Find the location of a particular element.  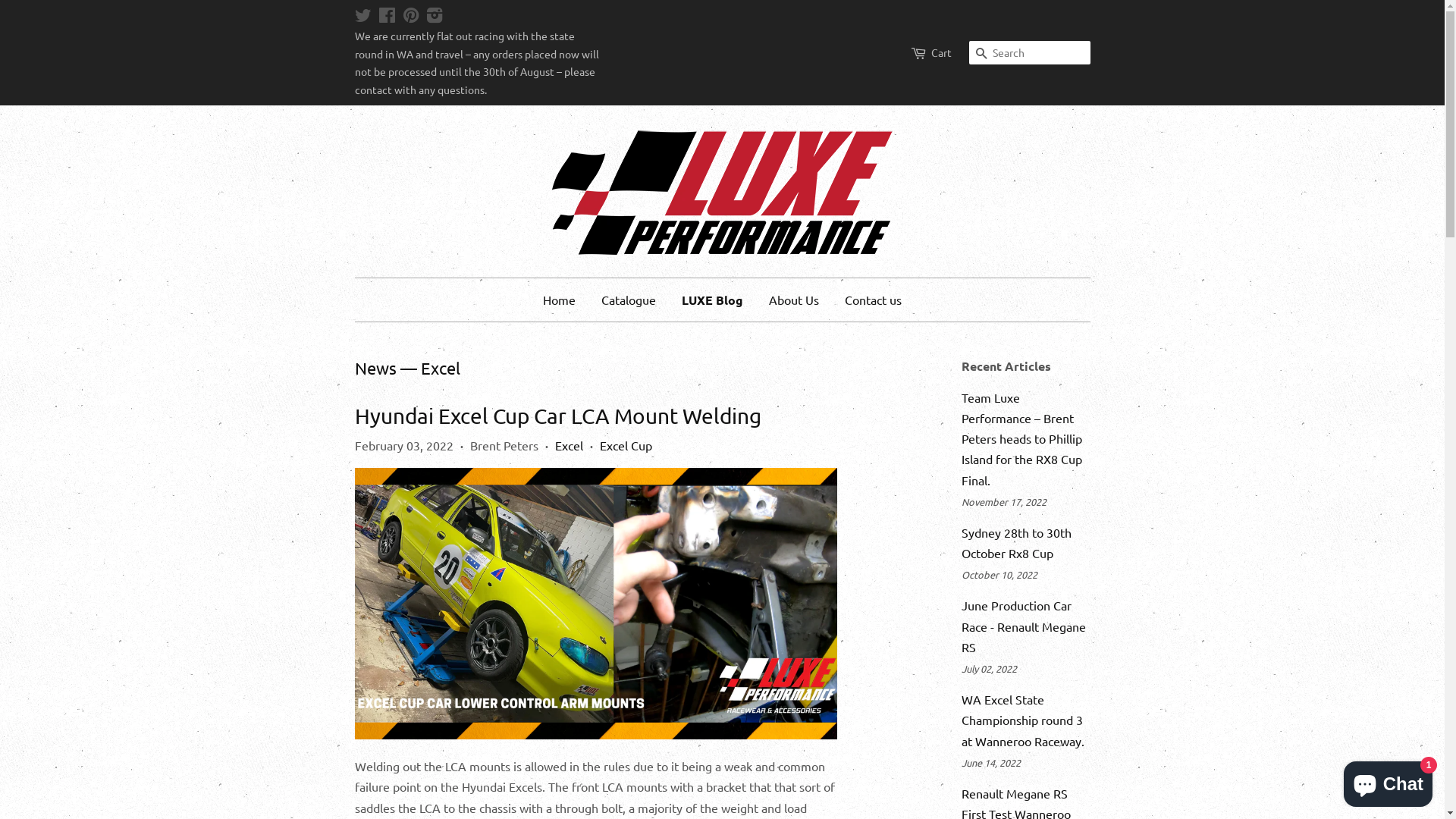

'Facebook' is located at coordinates (386, 17).